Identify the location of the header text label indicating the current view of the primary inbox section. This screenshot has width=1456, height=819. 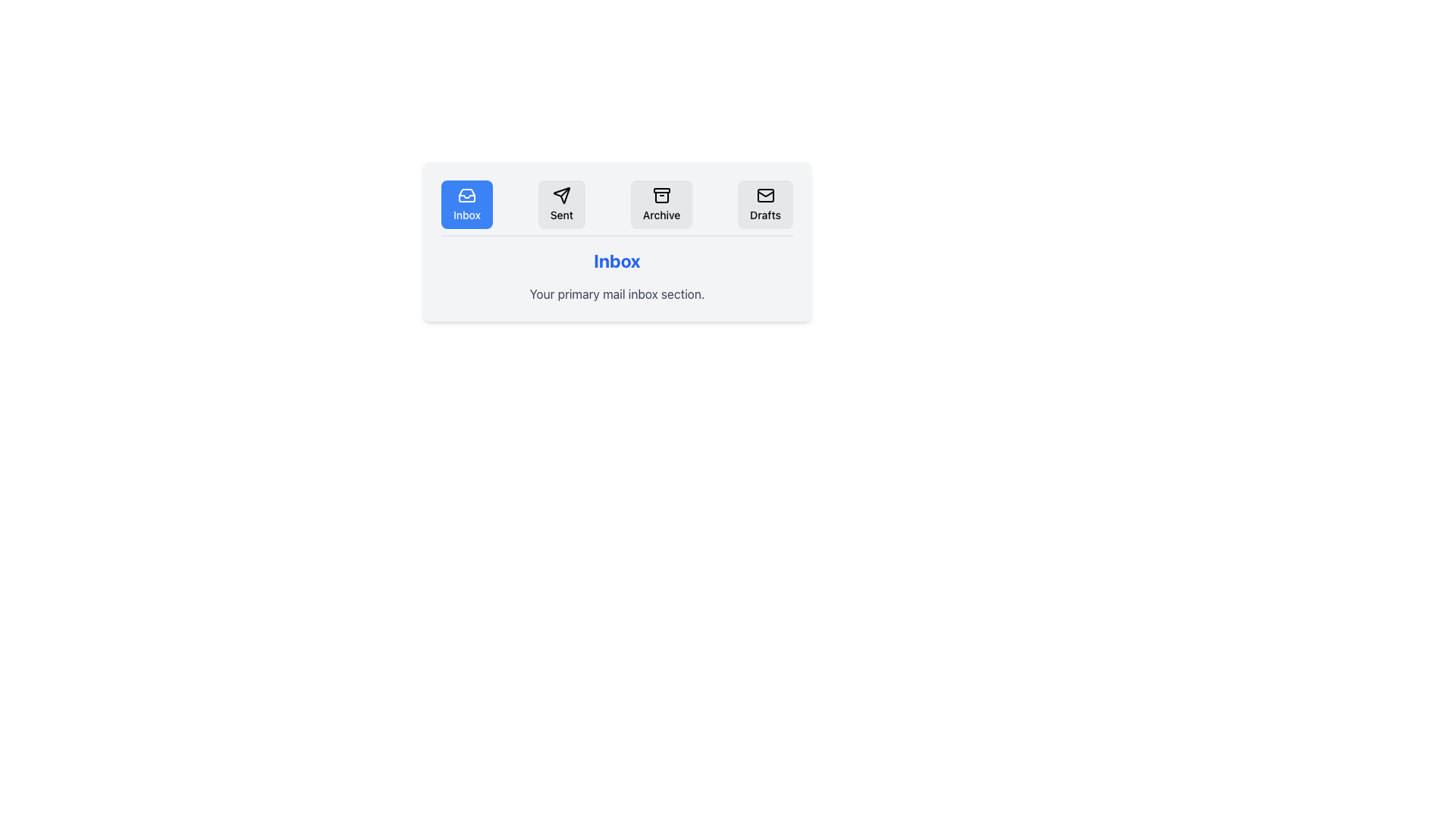
(617, 259).